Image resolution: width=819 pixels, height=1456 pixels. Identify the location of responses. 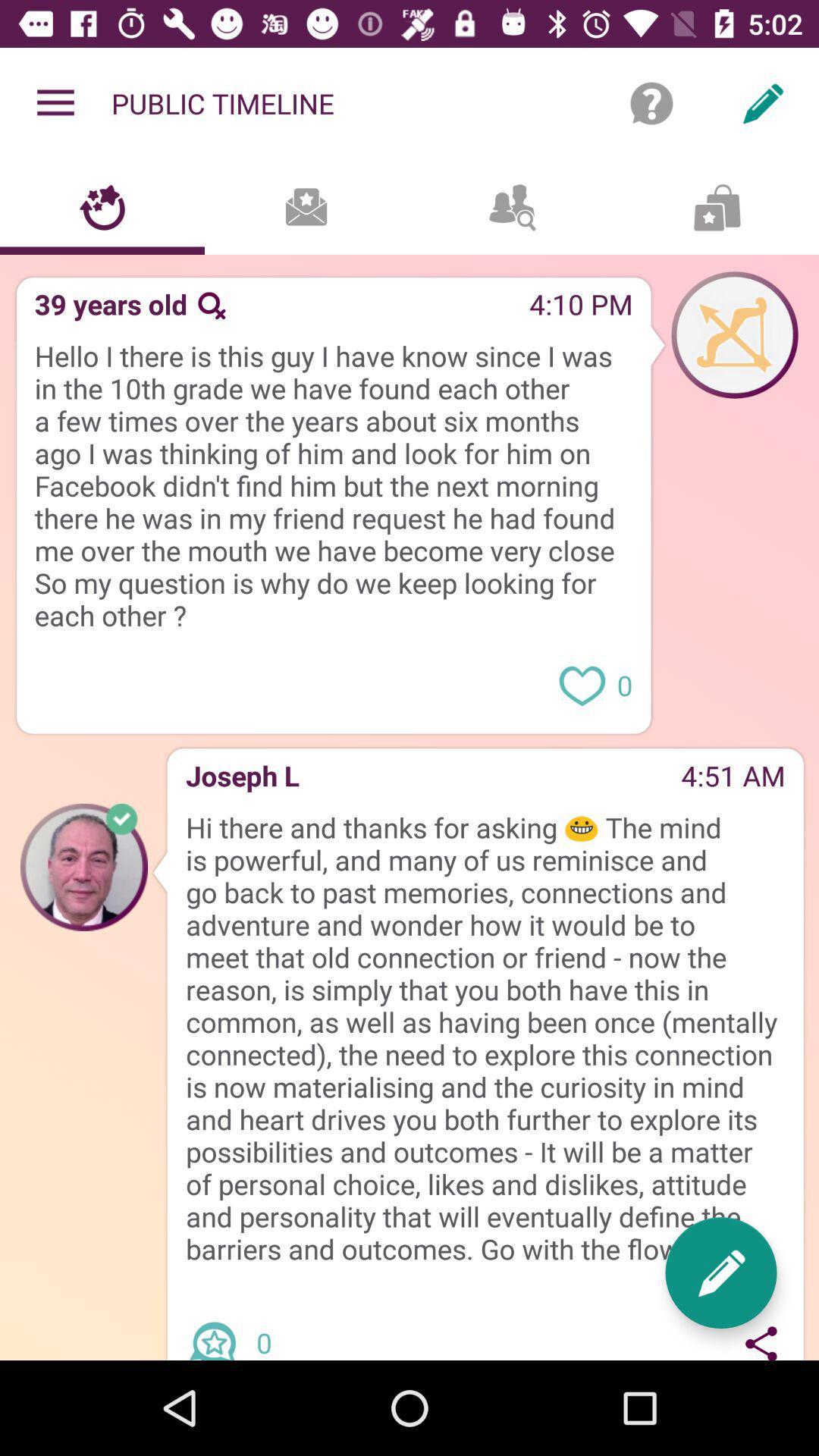
(218, 1327).